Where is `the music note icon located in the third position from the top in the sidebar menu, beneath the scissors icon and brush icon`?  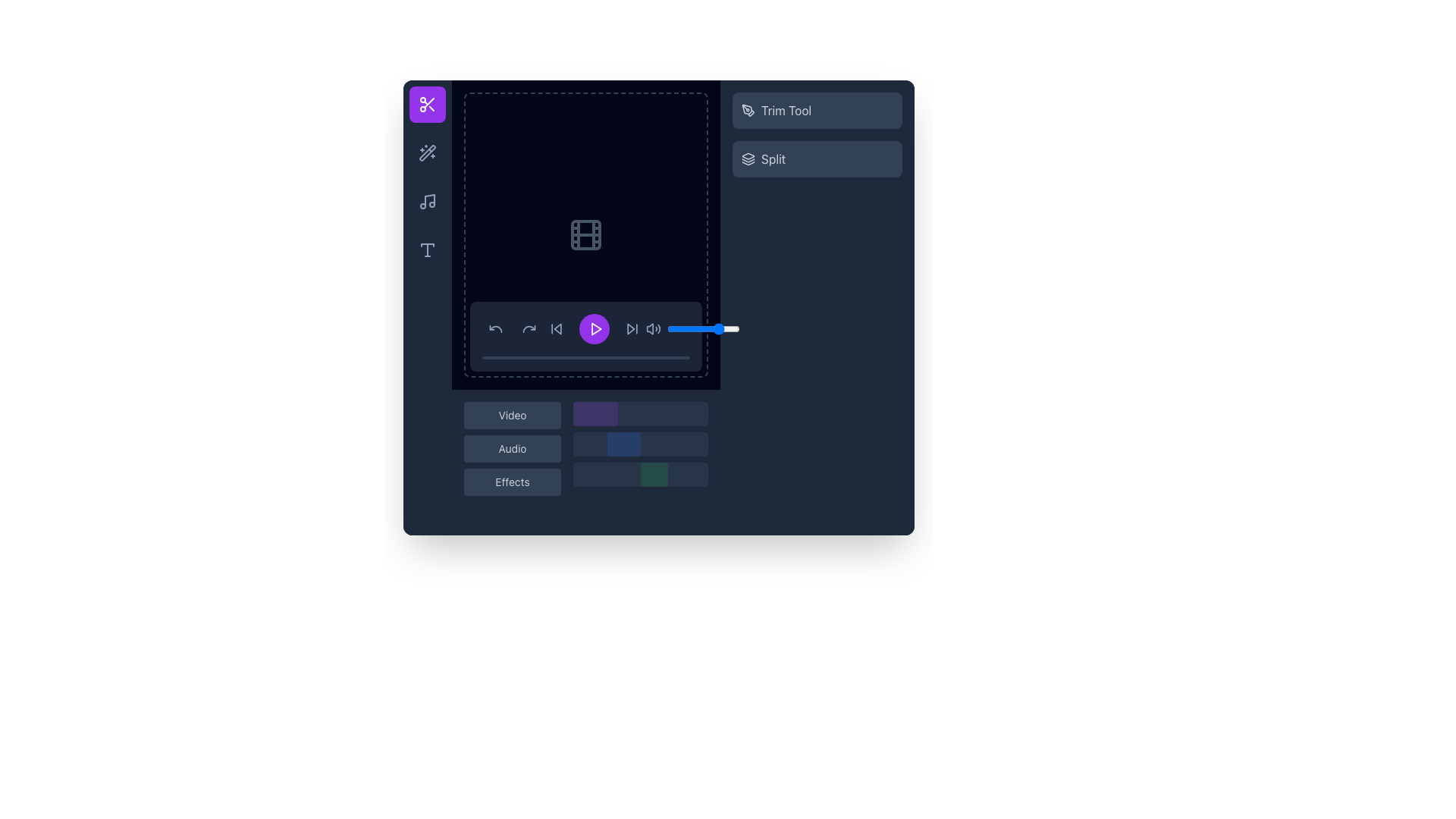
the music note icon located in the third position from the top in the sidebar menu, beneath the scissors icon and brush icon is located at coordinates (428, 199).